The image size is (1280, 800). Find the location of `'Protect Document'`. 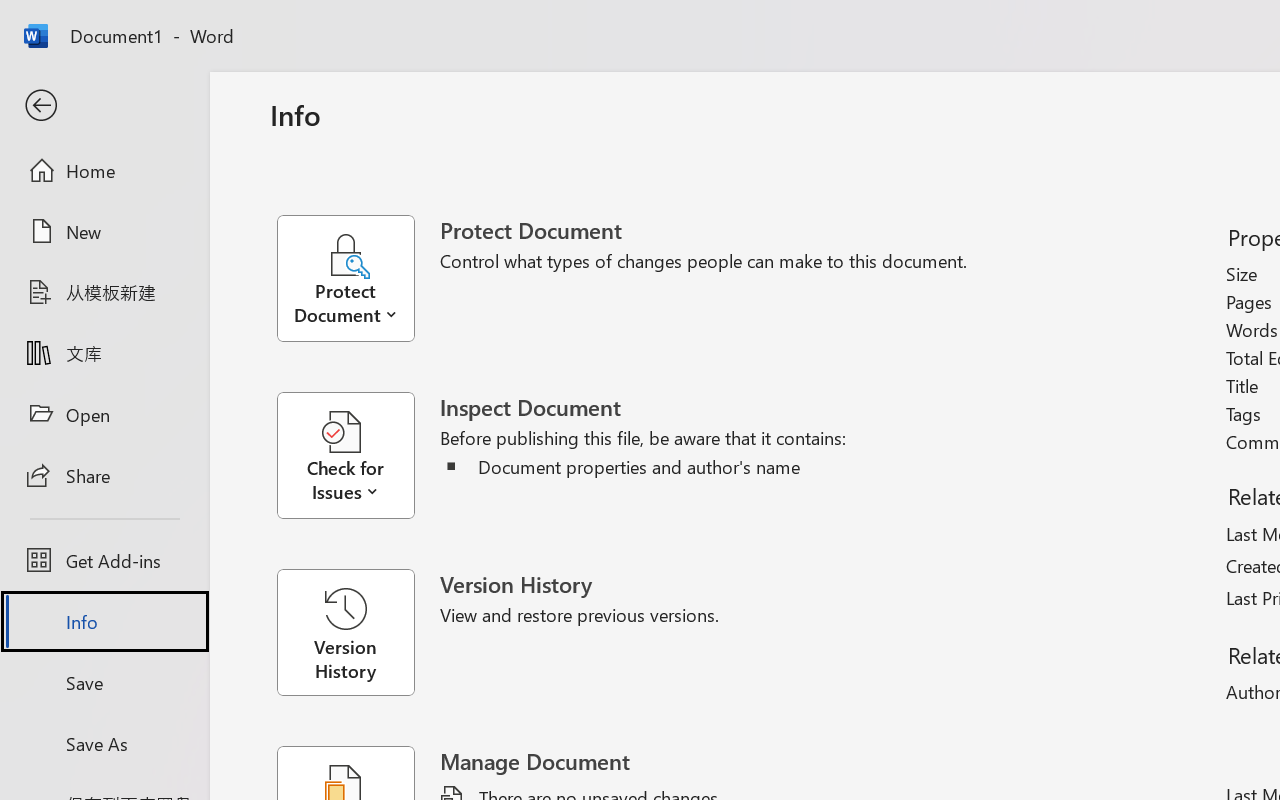

'Protect Document' is located at coordinates (358, 278).